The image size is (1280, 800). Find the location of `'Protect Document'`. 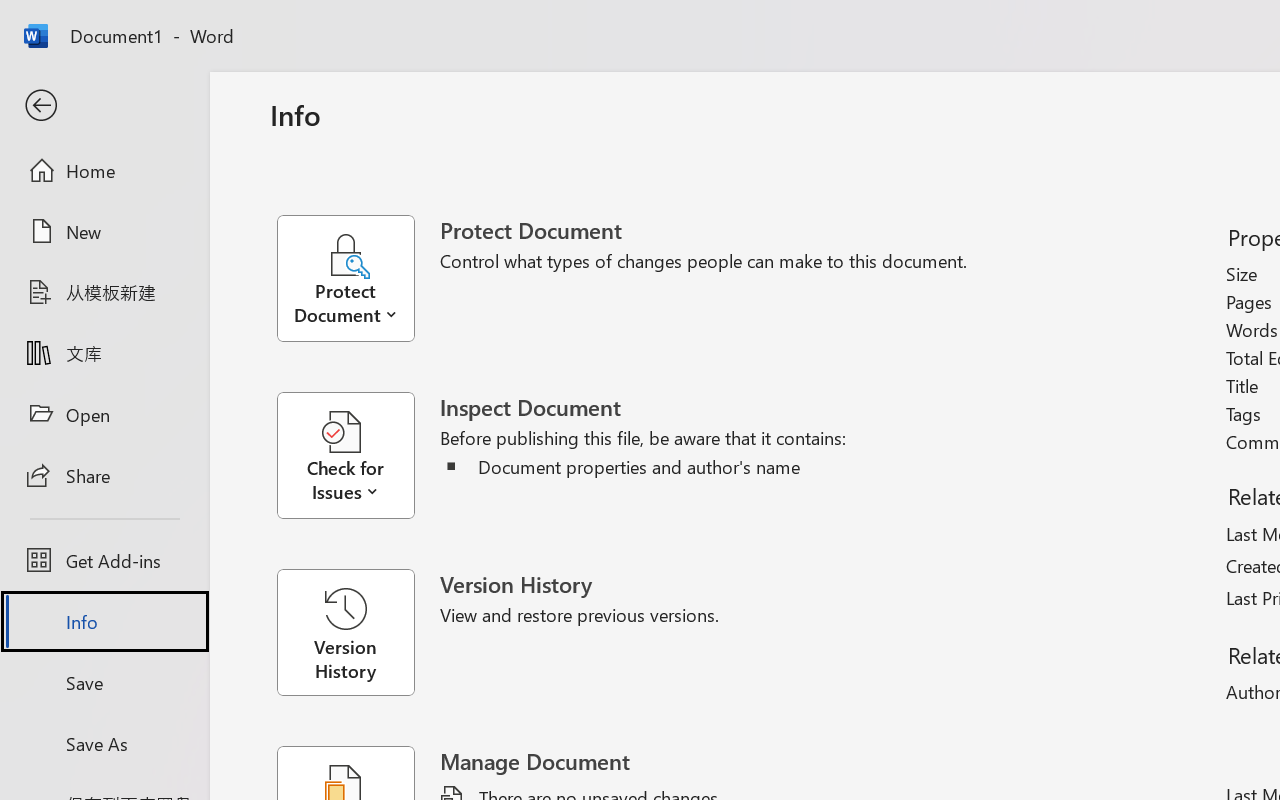

'Protect Document' is located at coordinates (358, 278).